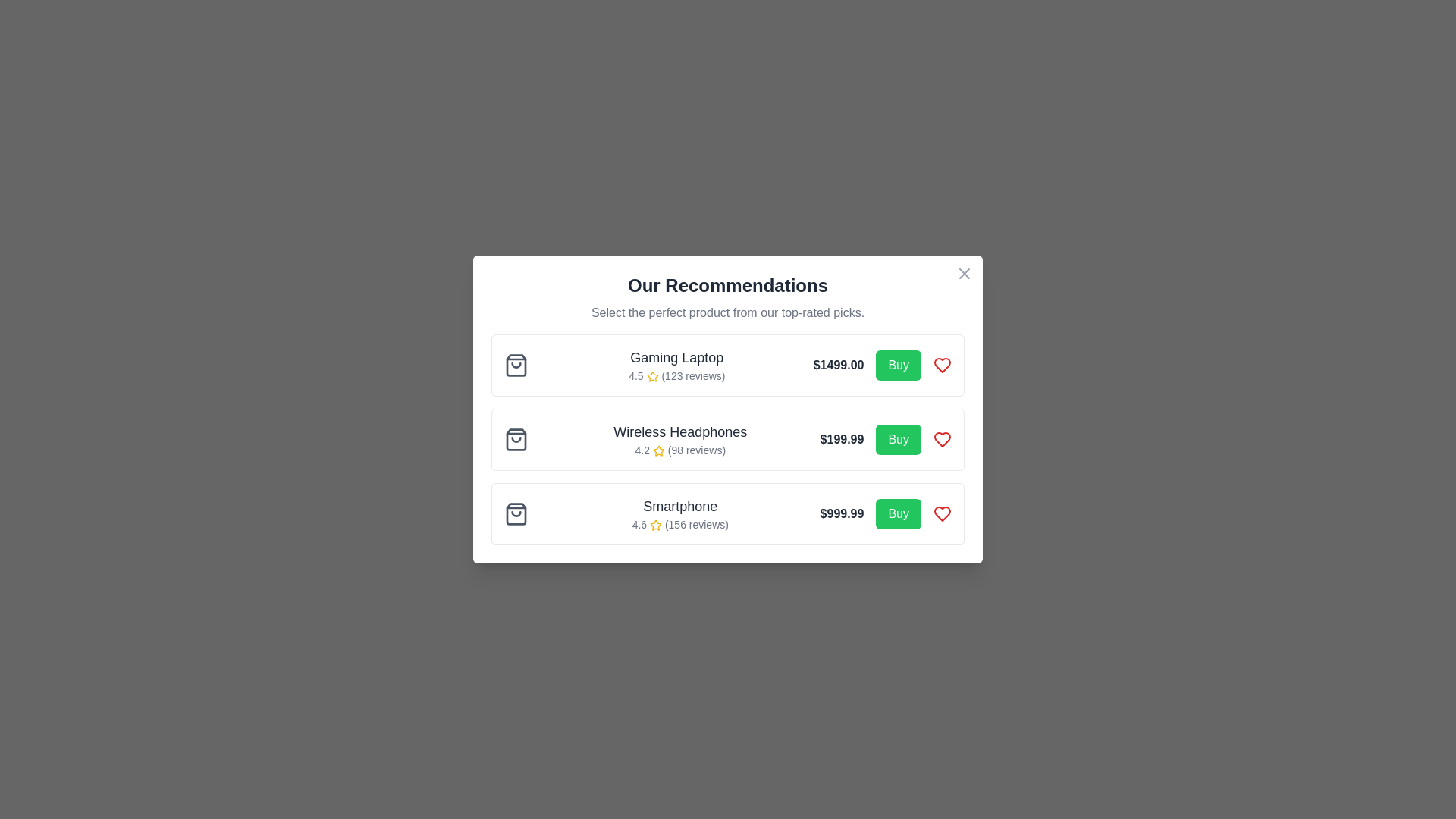 Image resolution: width=1456 pixels, height=819 pixels. Describe the element at coordinates (942, 366) in the screenshot. I see `the Heart icon located at the far-right end of the 'Gaming Laptop' product listing` at that location.